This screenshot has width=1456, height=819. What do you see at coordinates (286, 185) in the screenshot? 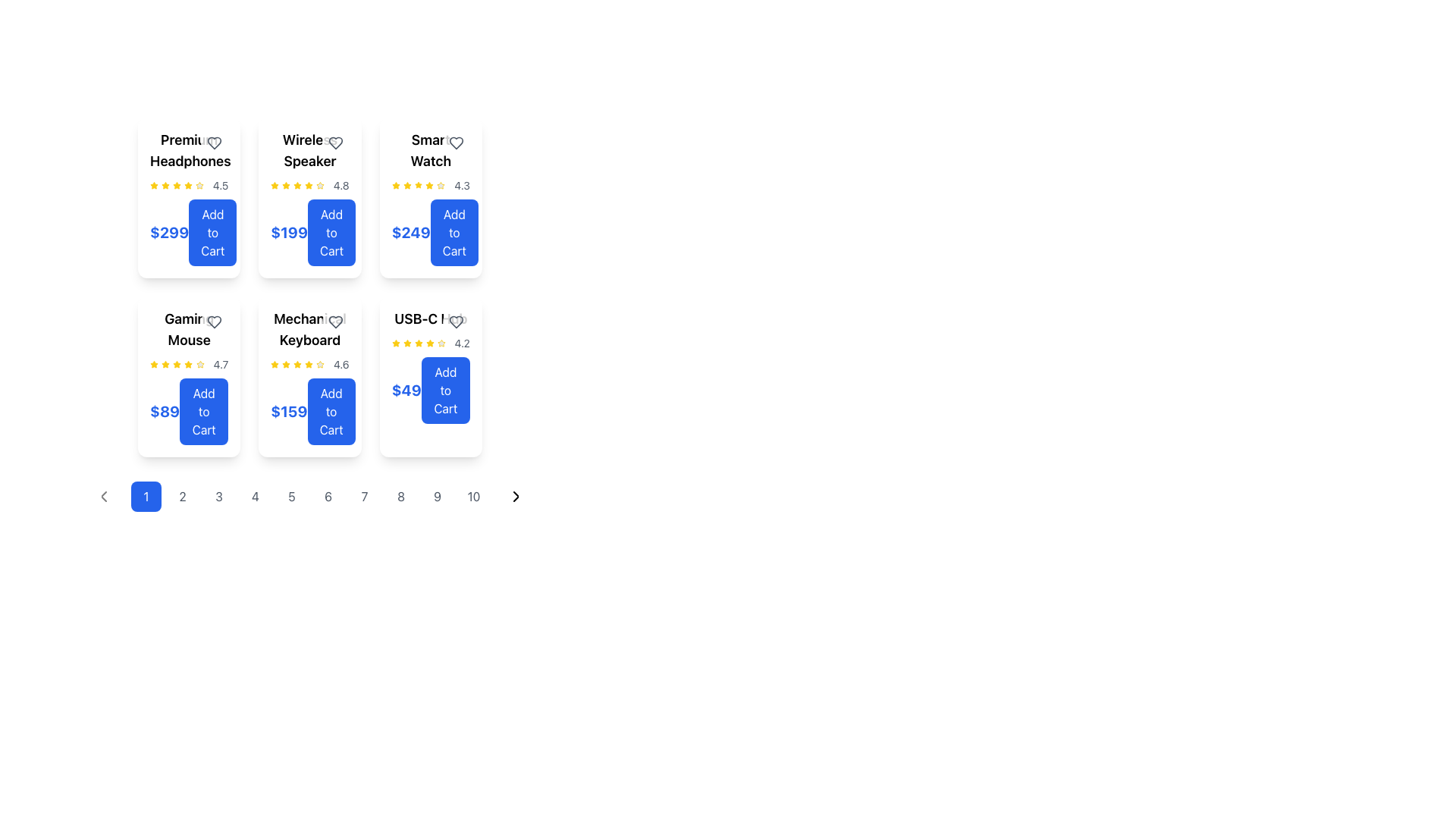
I see `the third star-shaped rating icon with a yellow fill in the product card for 'Wireless Speaker' located in the second column of the first row of the product grid` at bounding box center [286, 185].